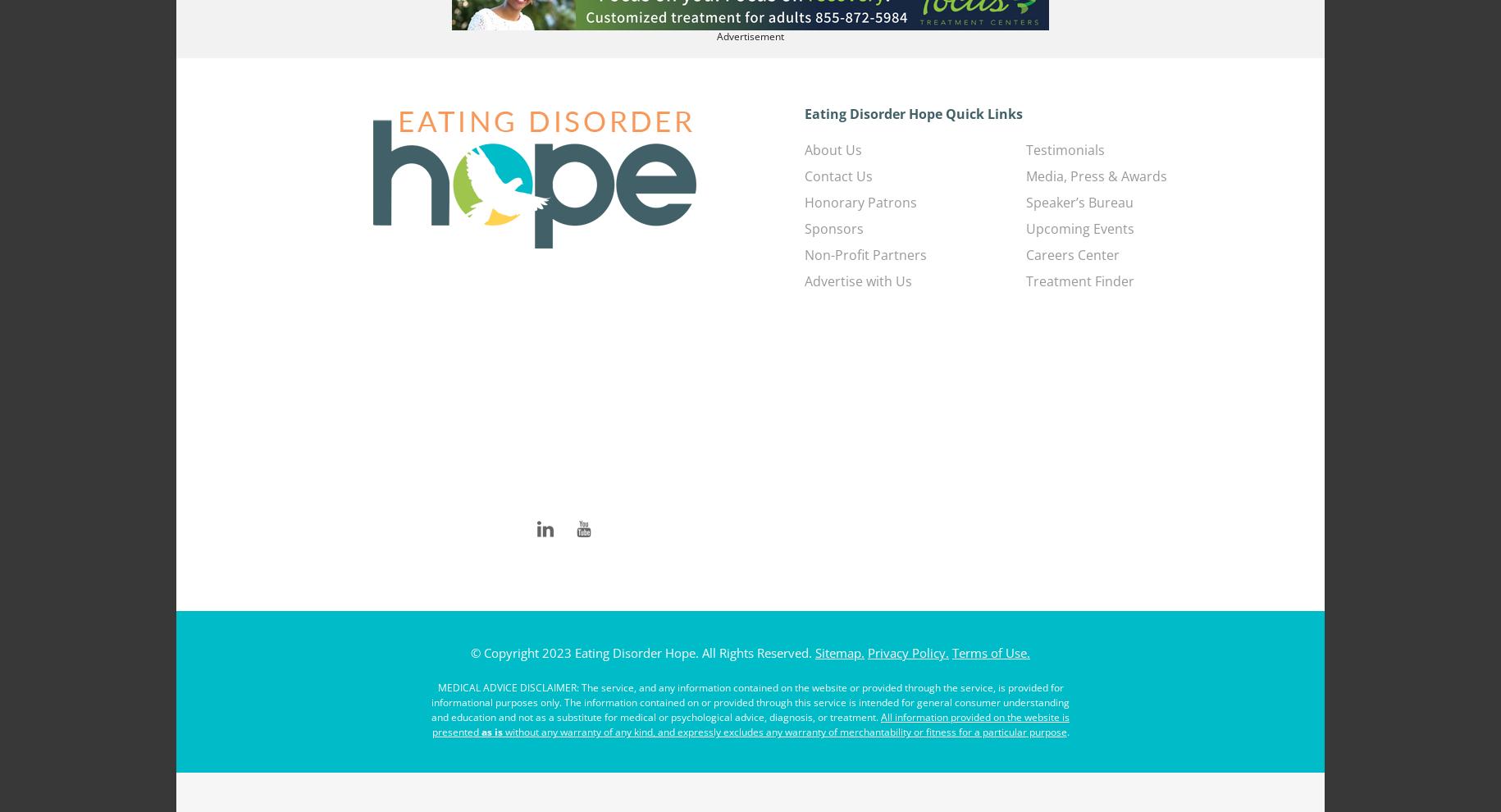  I want to click on 'Advertisement', so click(750, 35).